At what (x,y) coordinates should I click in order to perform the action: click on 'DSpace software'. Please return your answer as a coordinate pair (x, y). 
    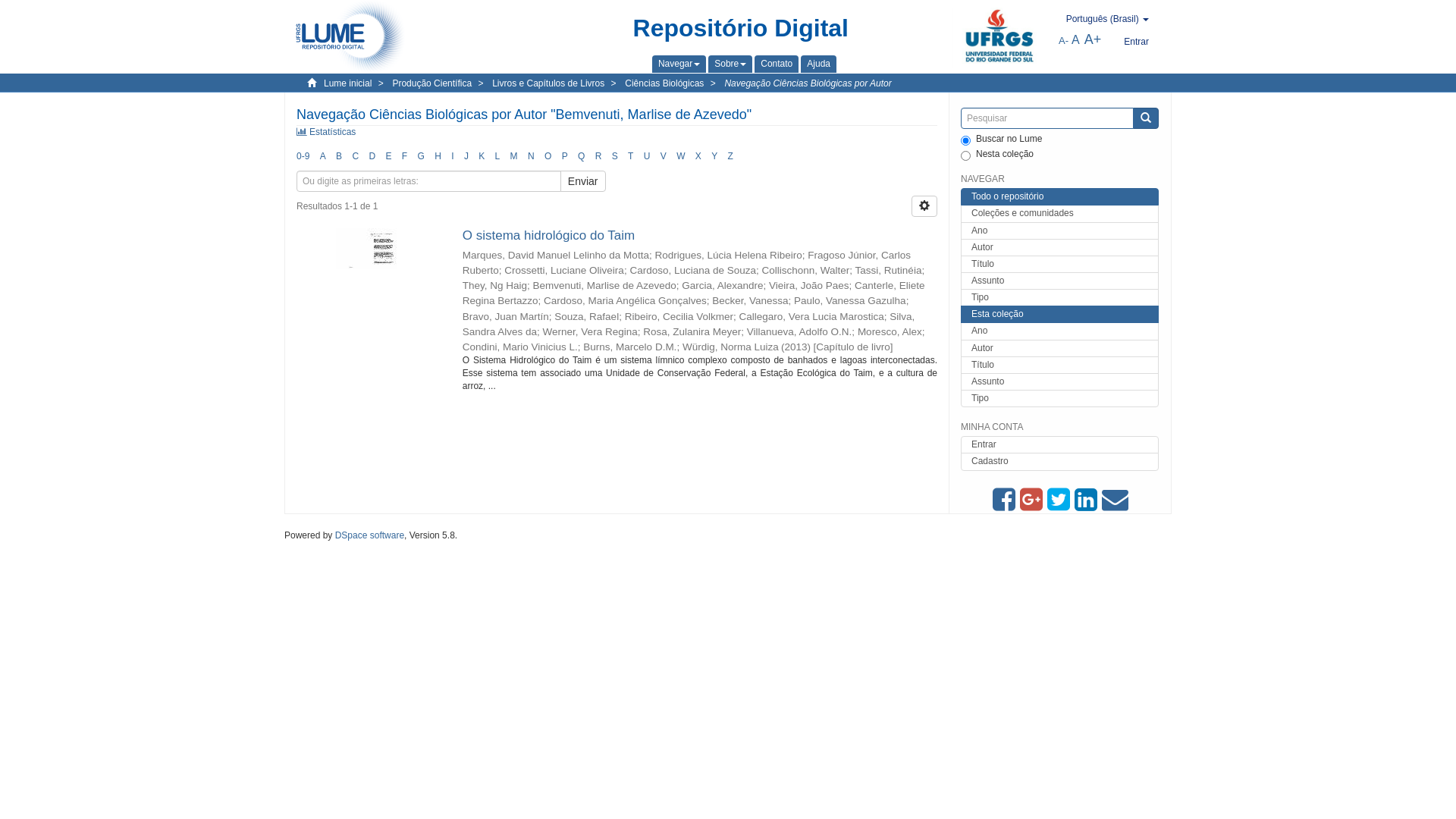
    Looking at the image, I should click on (369, 534).